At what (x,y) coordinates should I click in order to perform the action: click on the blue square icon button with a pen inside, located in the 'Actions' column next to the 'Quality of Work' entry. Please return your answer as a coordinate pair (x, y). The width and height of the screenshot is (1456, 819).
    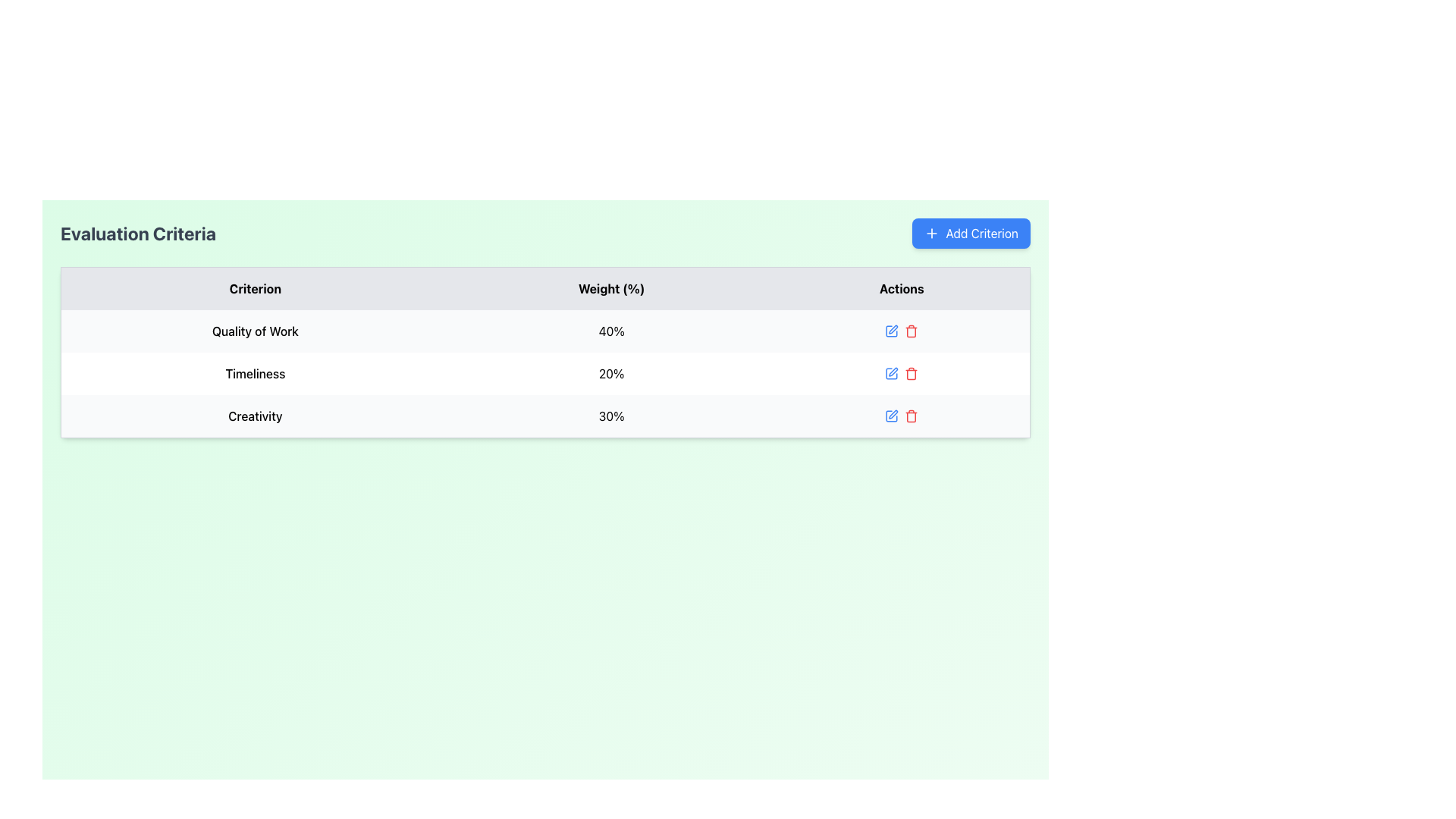
    Looking at the image, I should click on (892, 330).